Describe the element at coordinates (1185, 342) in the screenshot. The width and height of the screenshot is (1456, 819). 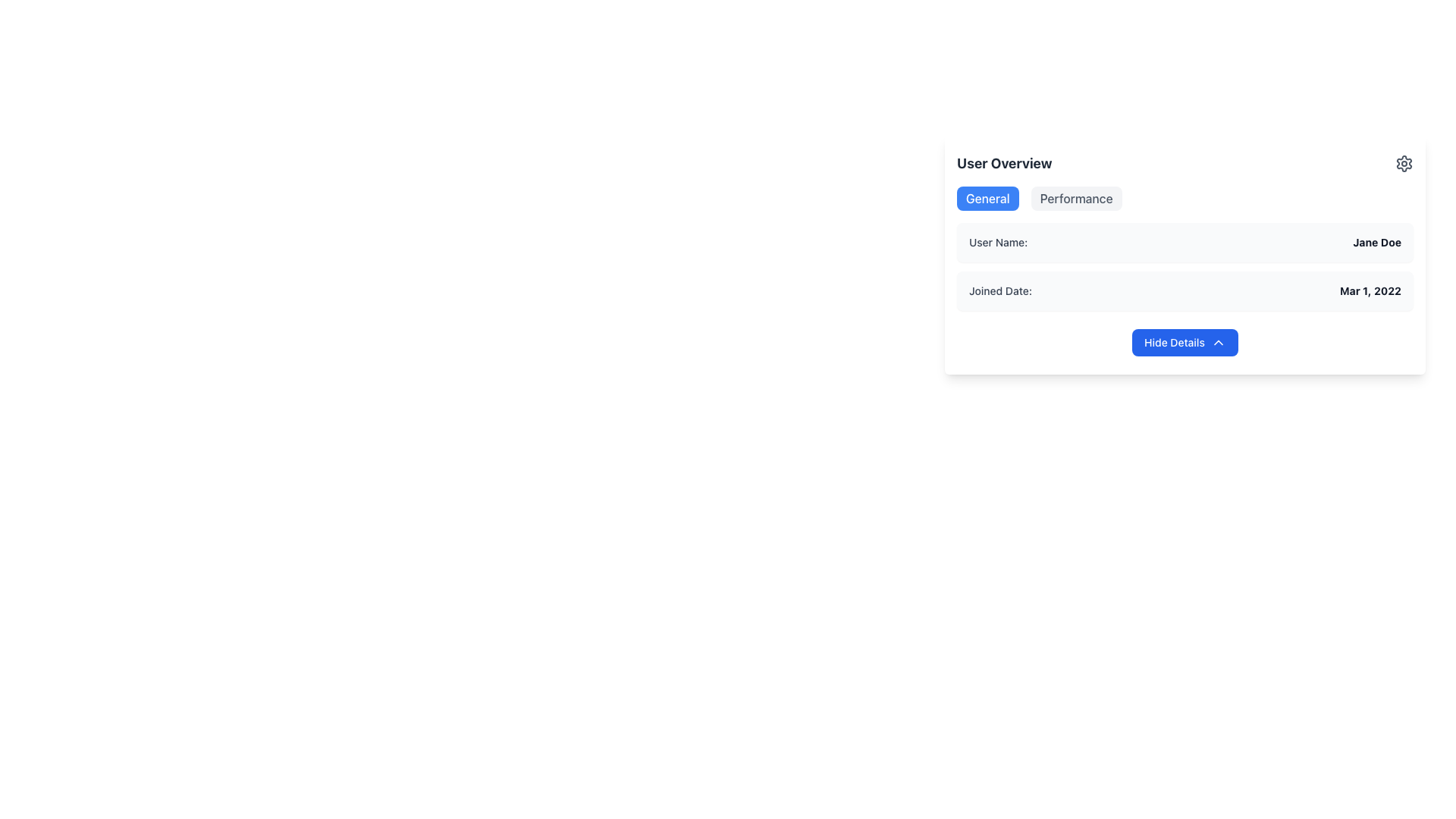
I see `the button located at the bottom center of the 'User Overview' section` at that location.